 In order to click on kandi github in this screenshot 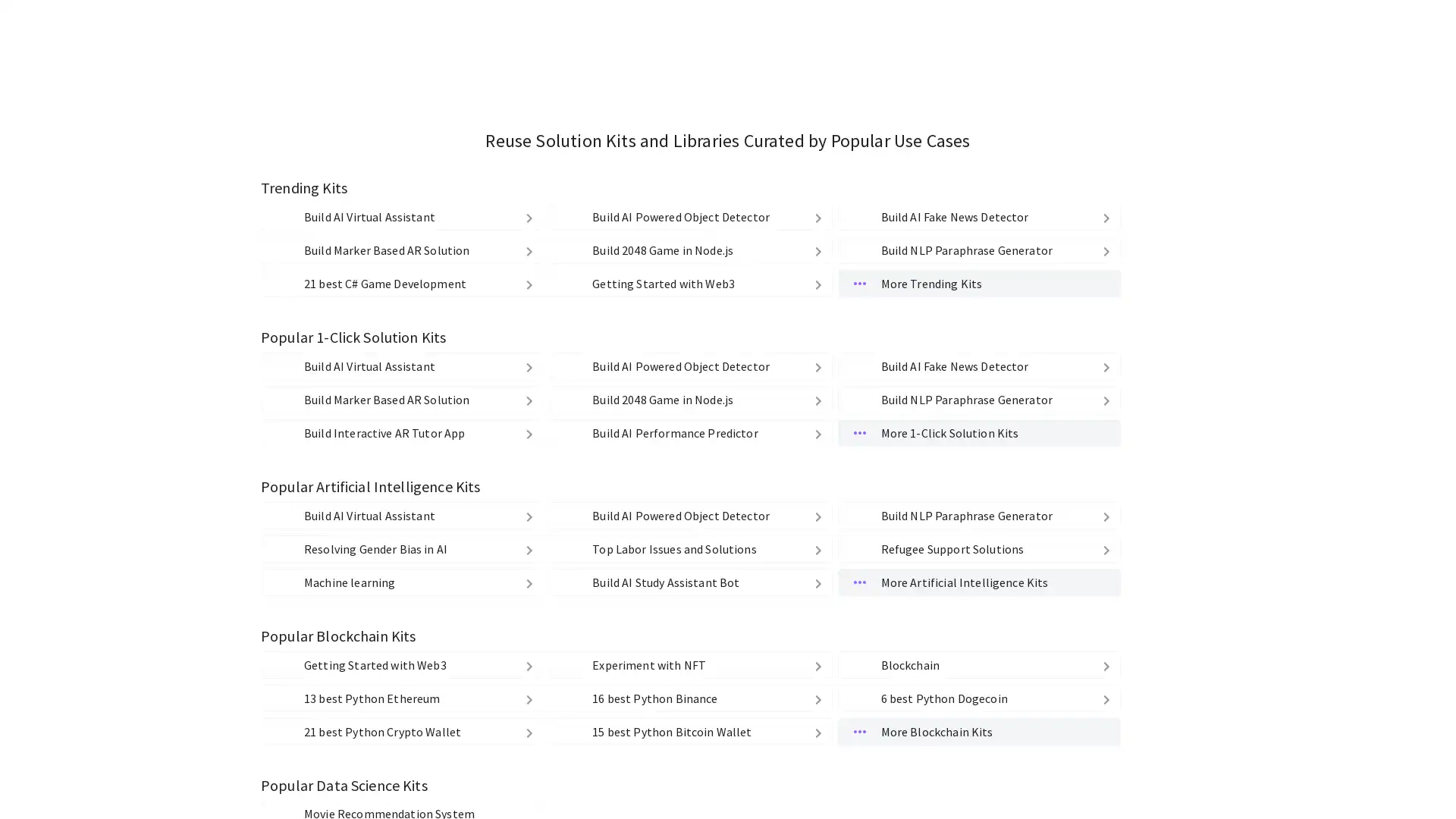, I will do `click(1385, 52)`.